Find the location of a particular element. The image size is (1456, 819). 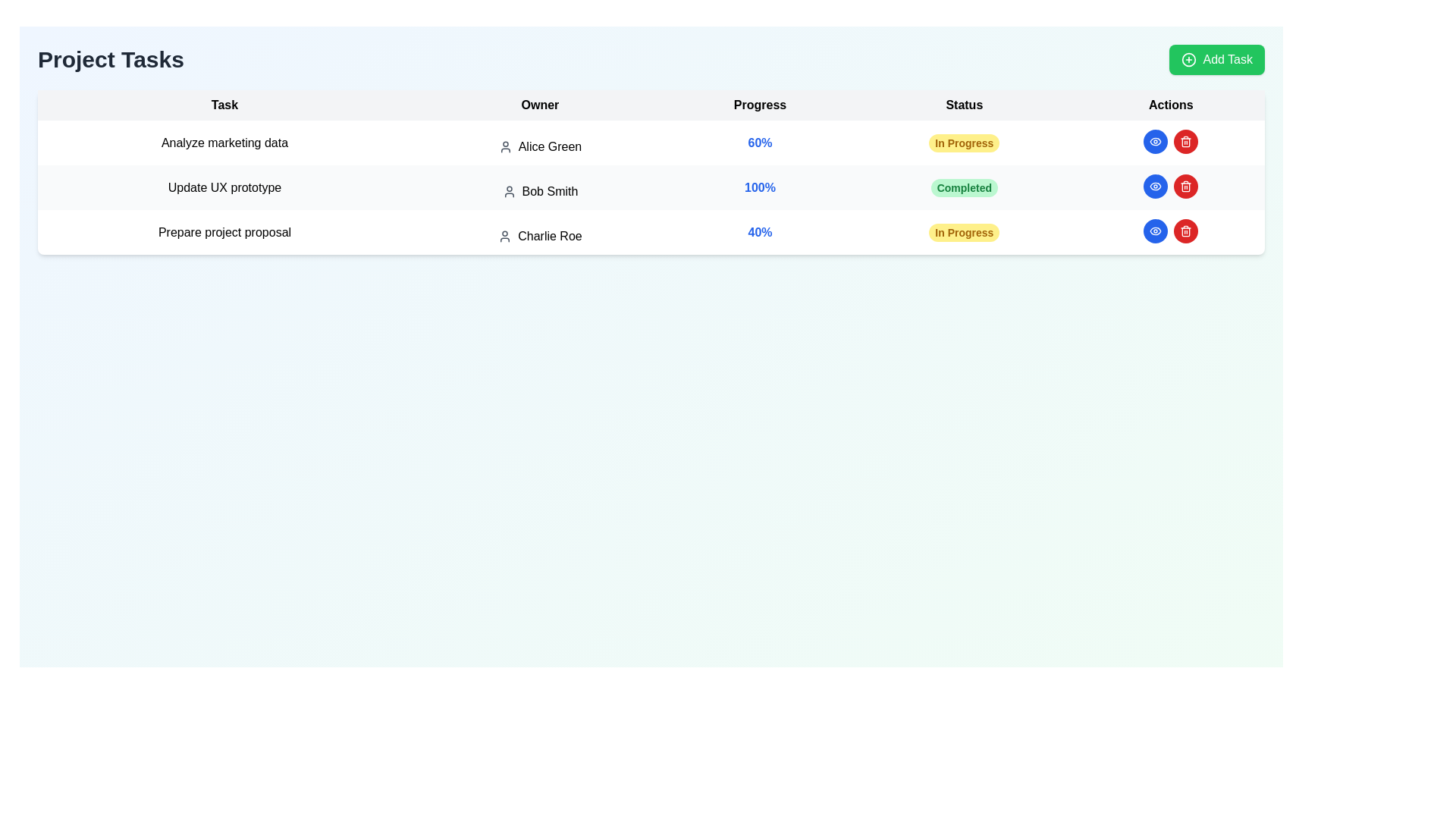

on the second row of the 'Project Tasks' table, which contains the task title 'Update UX prototype' is located at coordinates (651, 187).